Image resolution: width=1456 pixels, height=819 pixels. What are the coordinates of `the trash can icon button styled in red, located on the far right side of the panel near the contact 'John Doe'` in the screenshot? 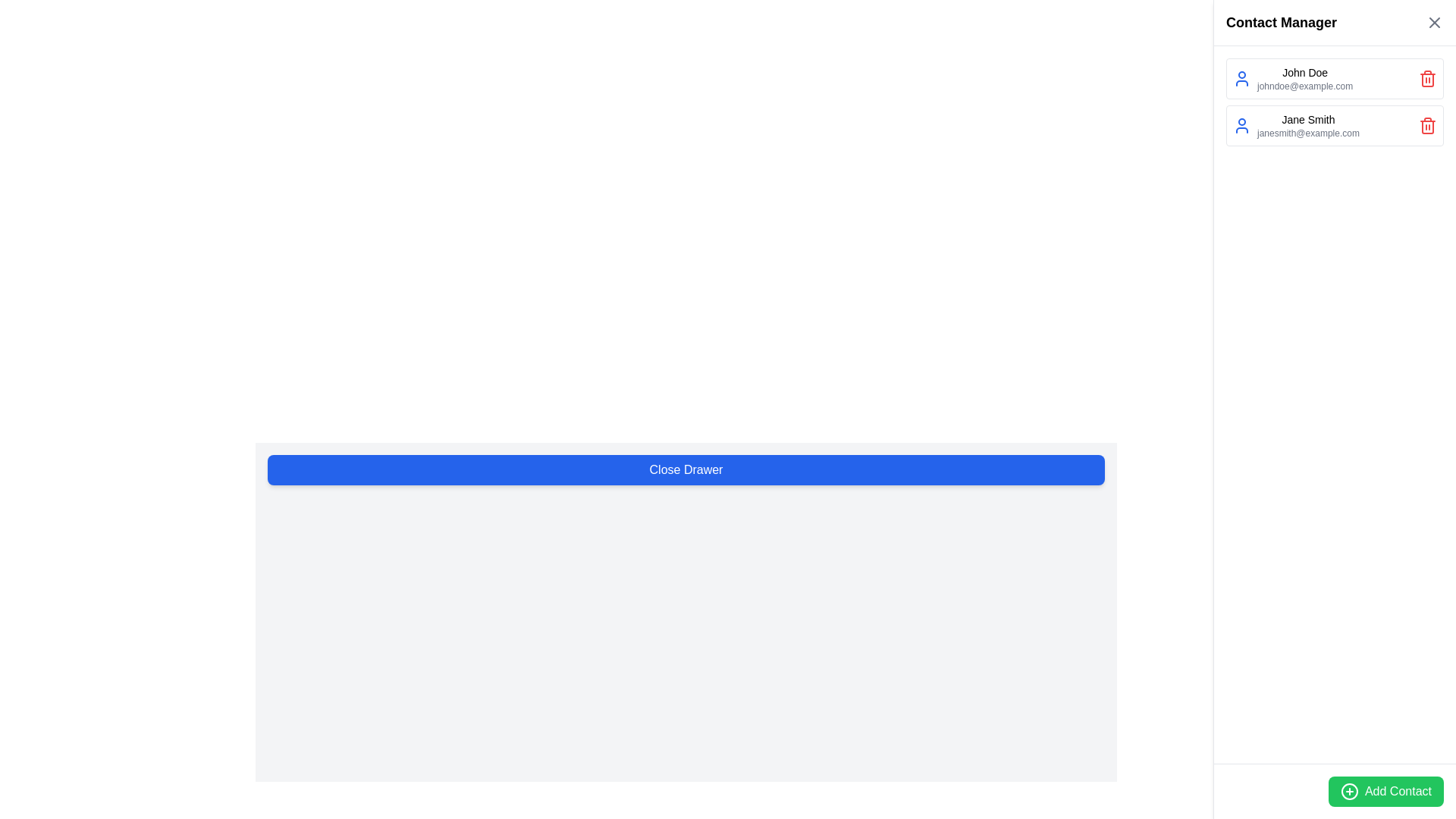 It's located at (1426, 79).